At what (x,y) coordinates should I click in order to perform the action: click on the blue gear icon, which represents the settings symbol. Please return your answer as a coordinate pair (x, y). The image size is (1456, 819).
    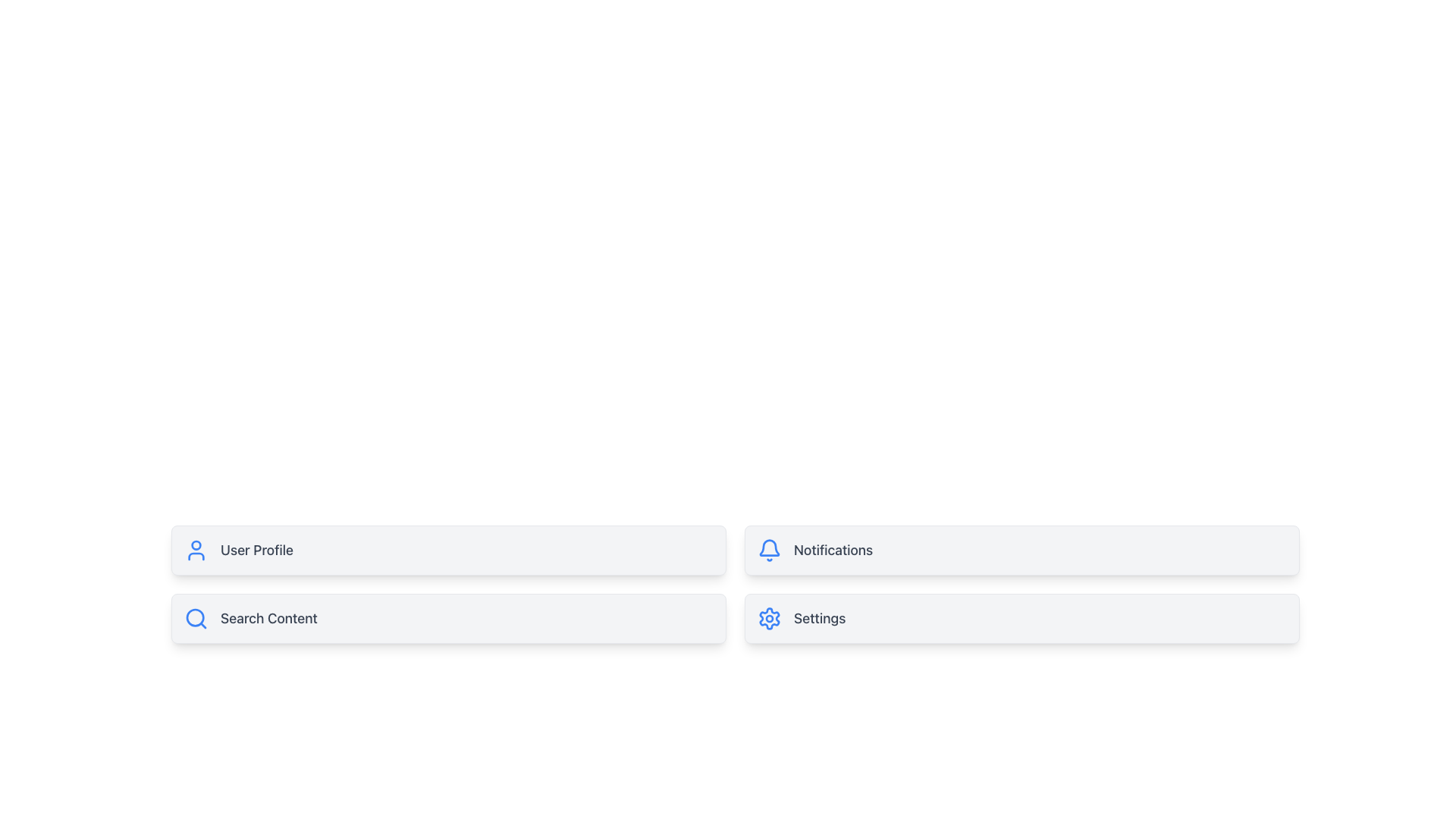
    Looking at the image, I should click on (769, 619).